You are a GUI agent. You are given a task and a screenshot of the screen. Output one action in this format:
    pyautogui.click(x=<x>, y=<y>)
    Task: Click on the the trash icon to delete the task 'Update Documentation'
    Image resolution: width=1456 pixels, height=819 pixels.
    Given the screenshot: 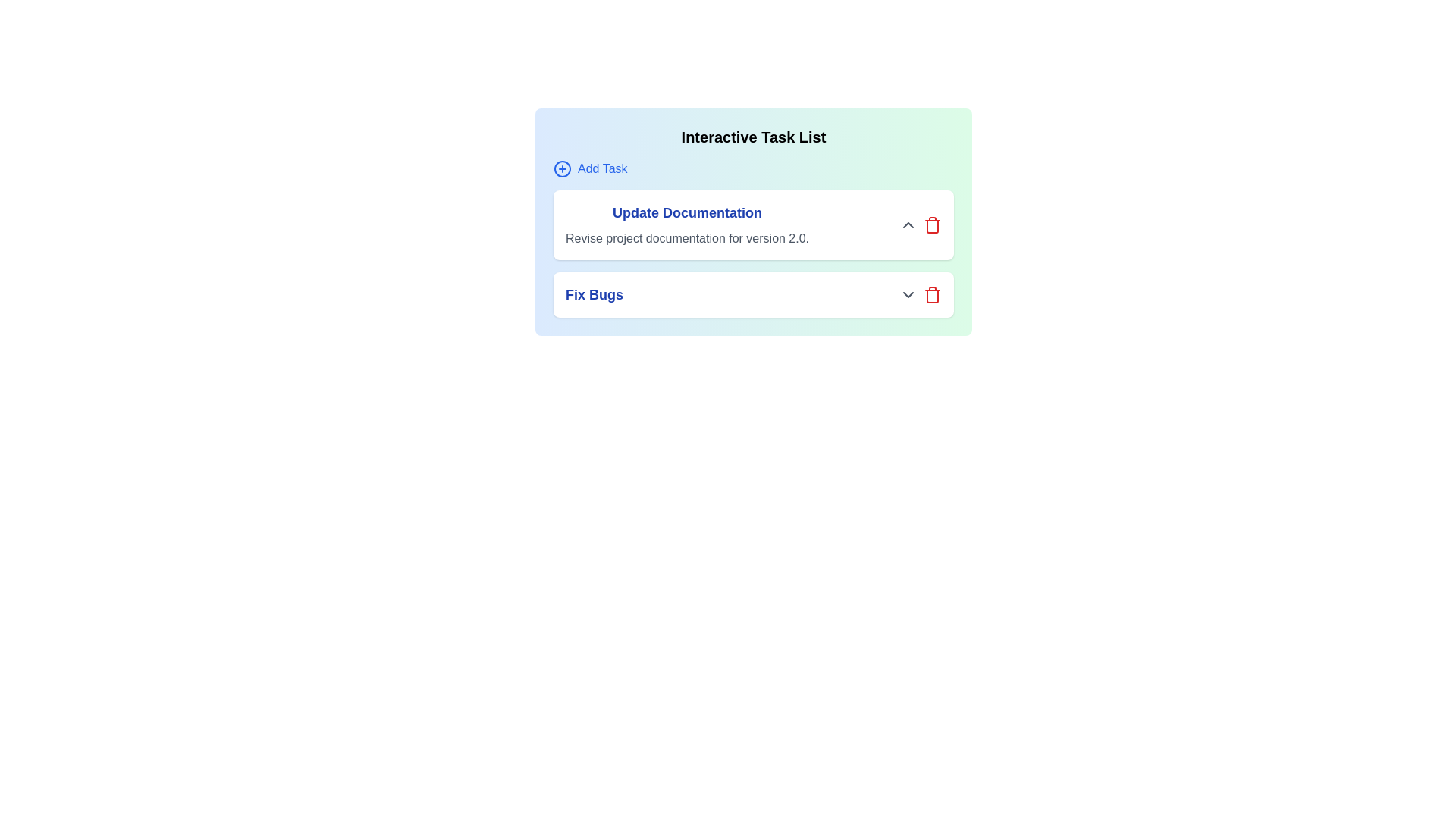 What is the action you would take?
    pyautogui.click(x=931, y=225)
    